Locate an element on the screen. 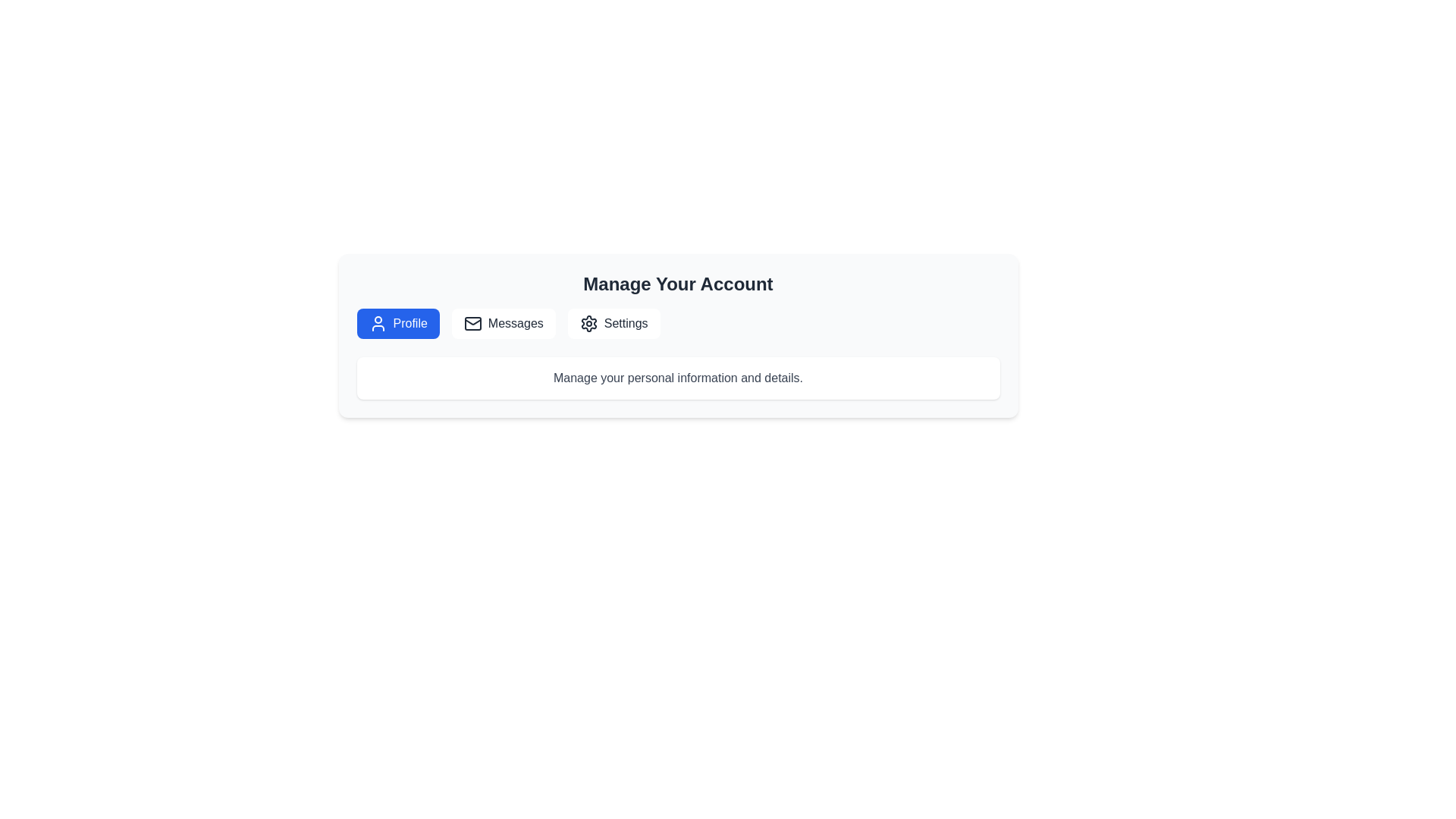 The height and width of the screenshot is (819, 1456). the Informative Text Block located below the navigation buttons, providing guidance on managing personal account details is located at coordinates (677, 377).